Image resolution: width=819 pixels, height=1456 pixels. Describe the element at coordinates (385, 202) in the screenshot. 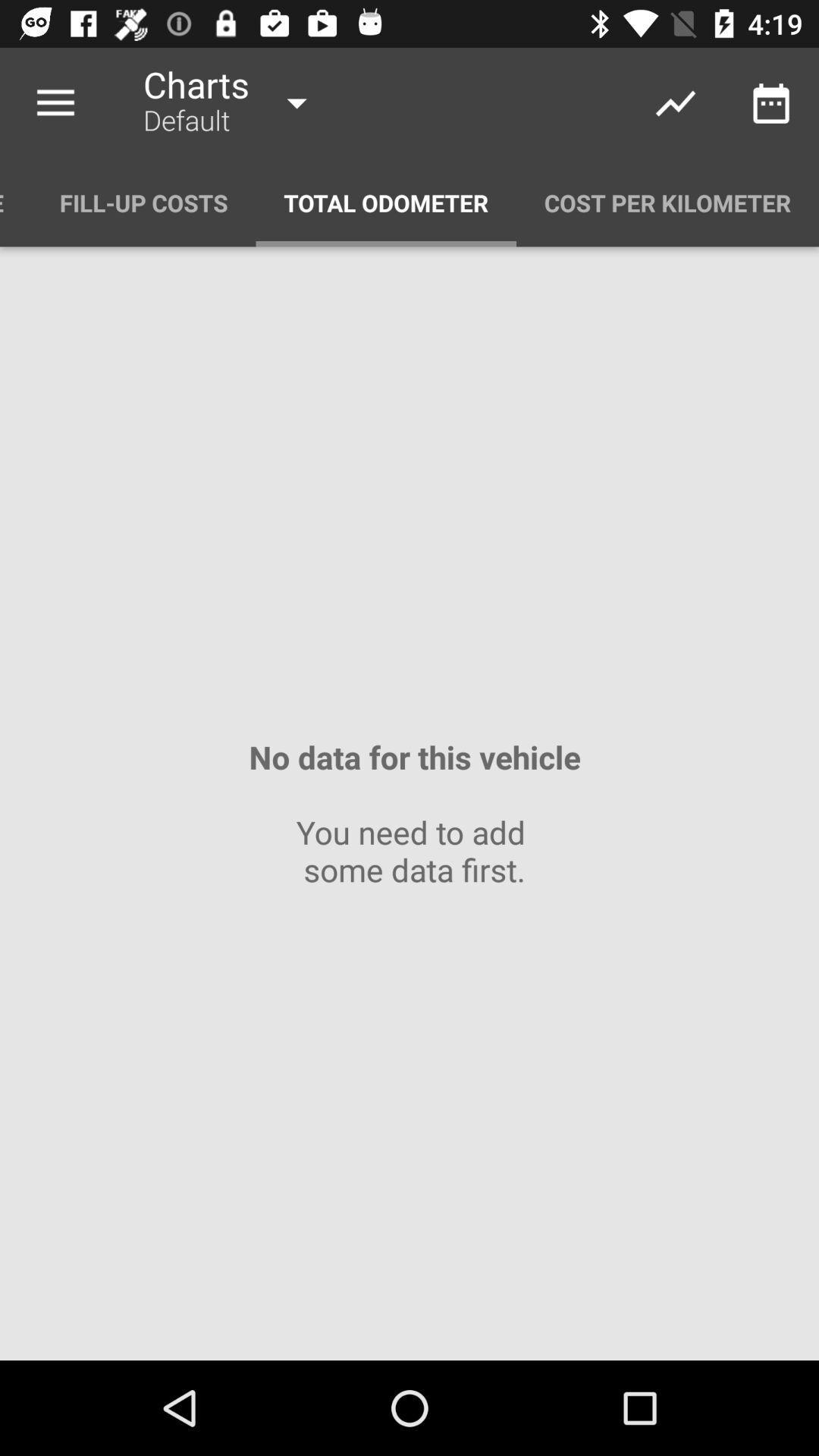

I see `the item next to the fill-up costs icon` at that location.